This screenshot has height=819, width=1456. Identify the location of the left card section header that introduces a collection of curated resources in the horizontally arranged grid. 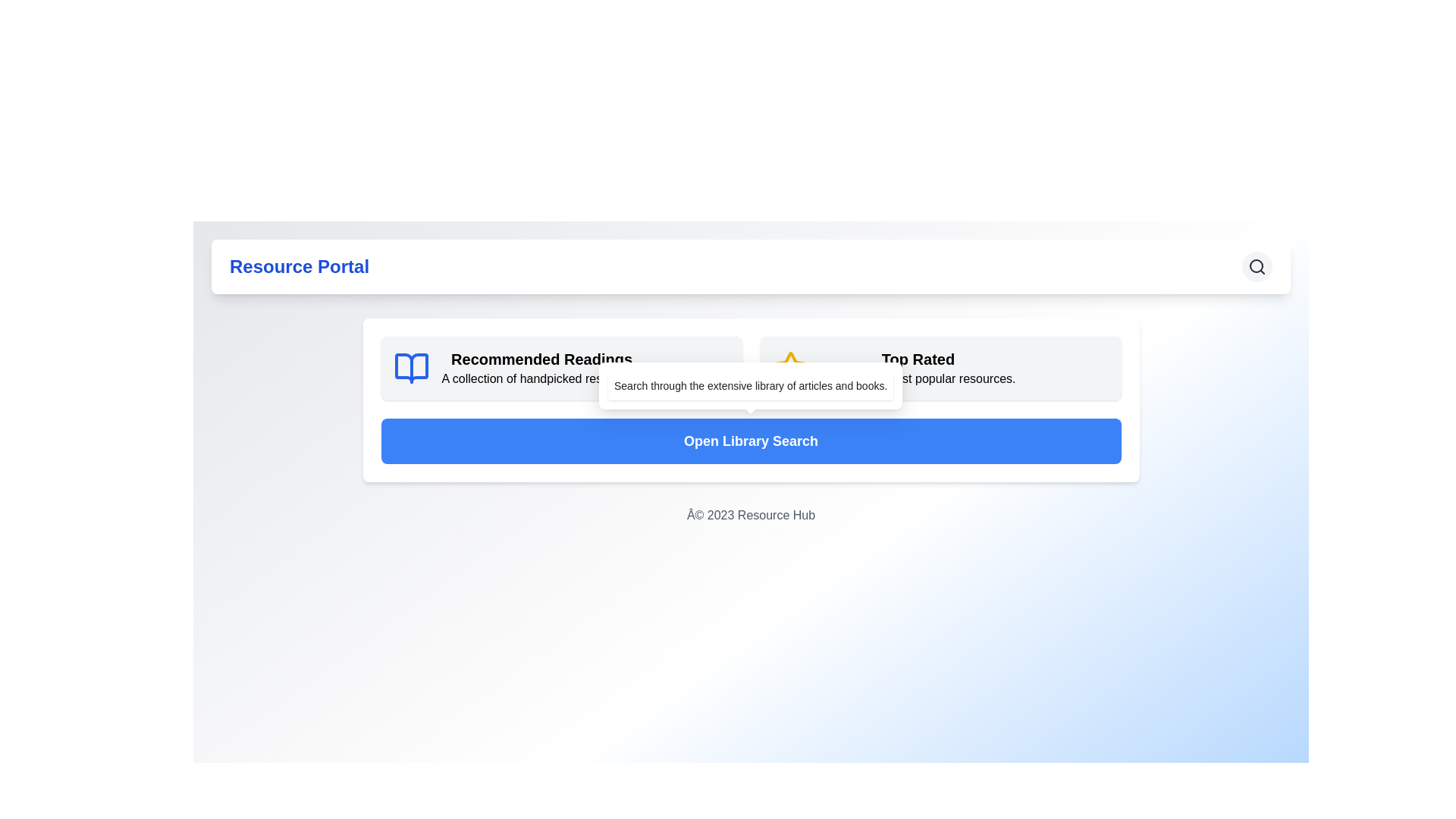
(560, 369).